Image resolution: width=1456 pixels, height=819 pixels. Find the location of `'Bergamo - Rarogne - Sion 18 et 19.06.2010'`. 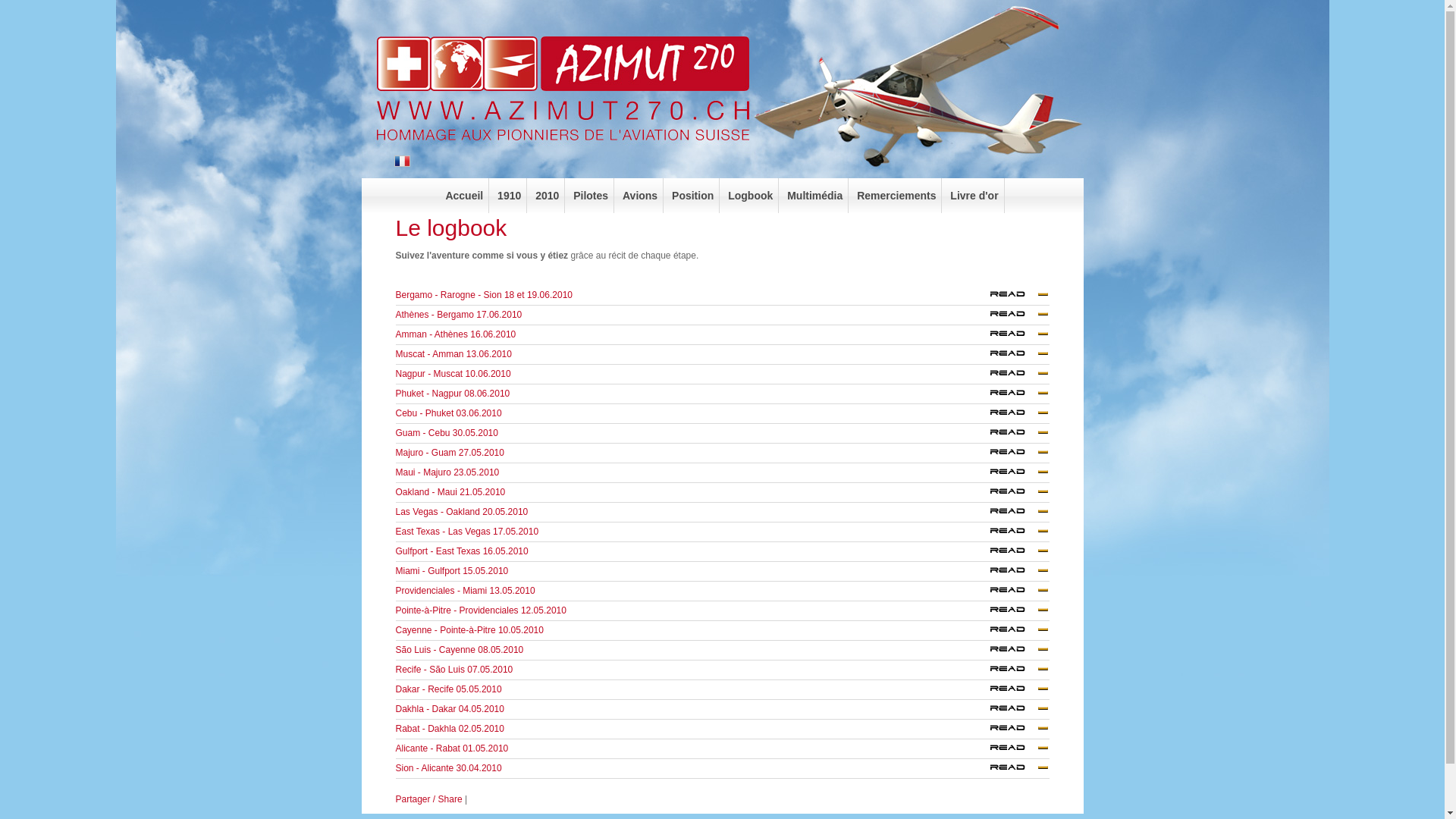

'Bergamo - Rarogne - Sion 18 et 19.06.2010' is located at coordinates (1015, 298).